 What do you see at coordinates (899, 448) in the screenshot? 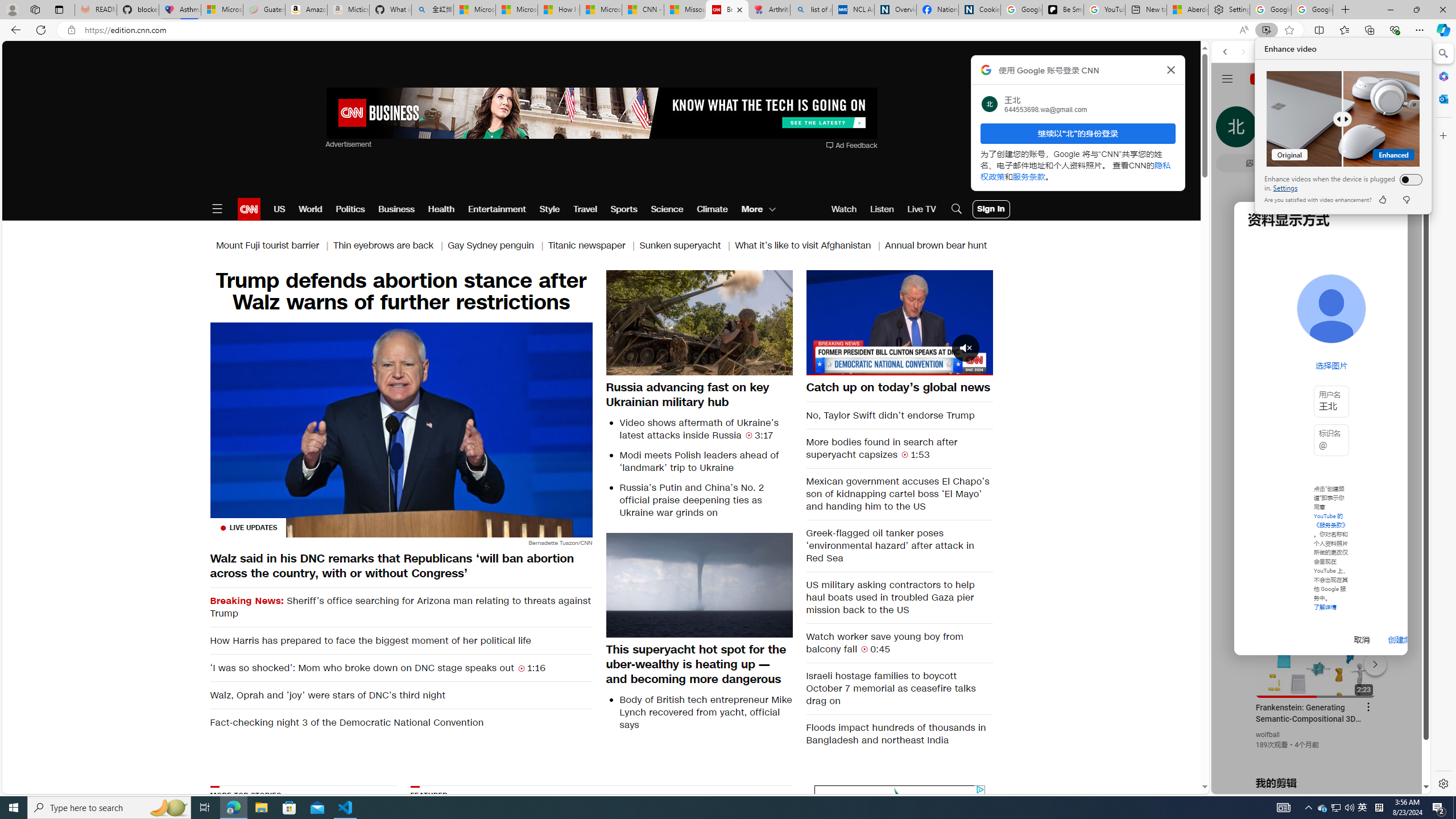
I see `'More bodies found in search after superyacht capsizes 1:53'` at bounding box center [899, 448].